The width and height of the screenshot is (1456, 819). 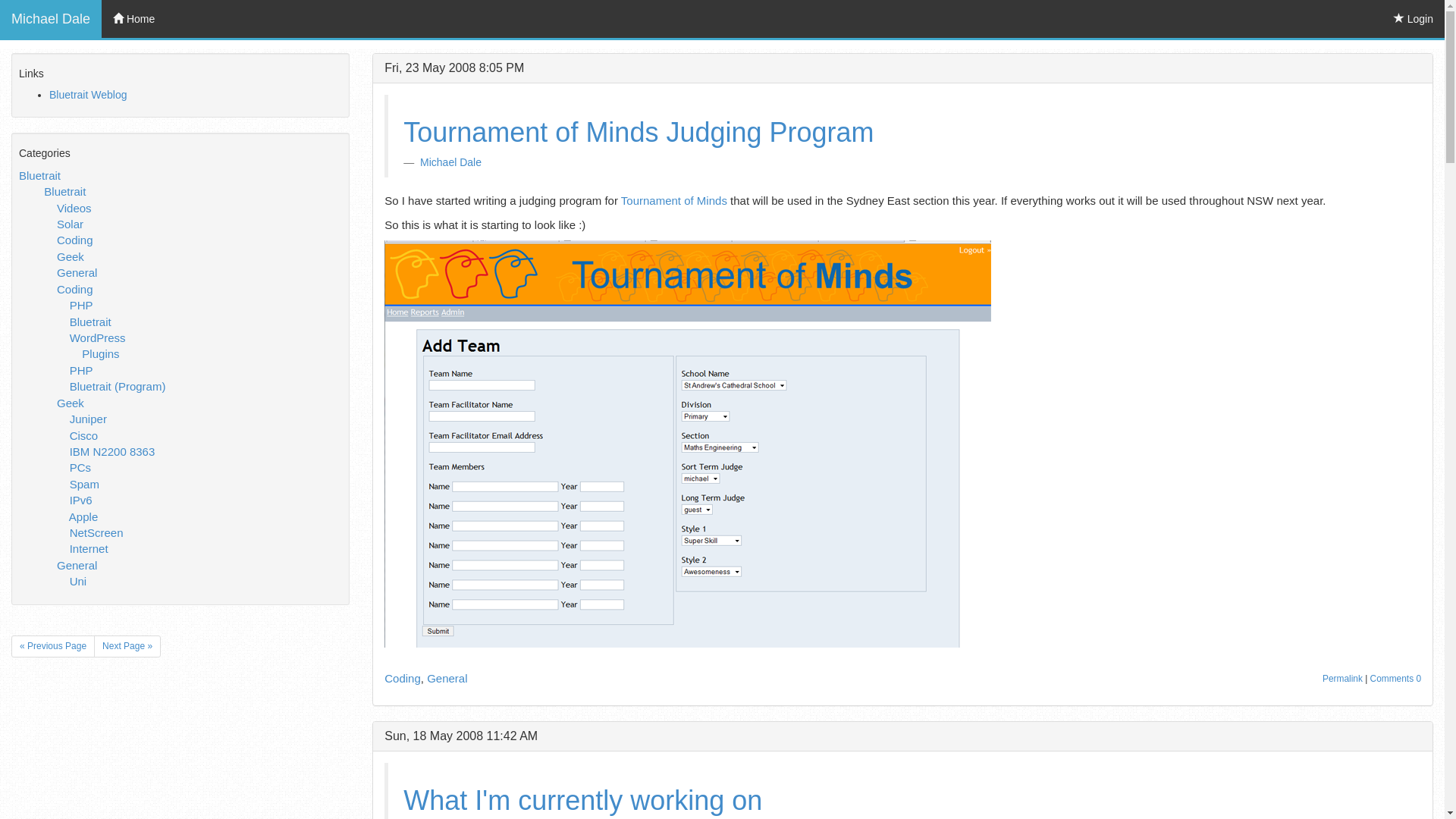 I want to click on 'Uni', so click(x=77, y=580).